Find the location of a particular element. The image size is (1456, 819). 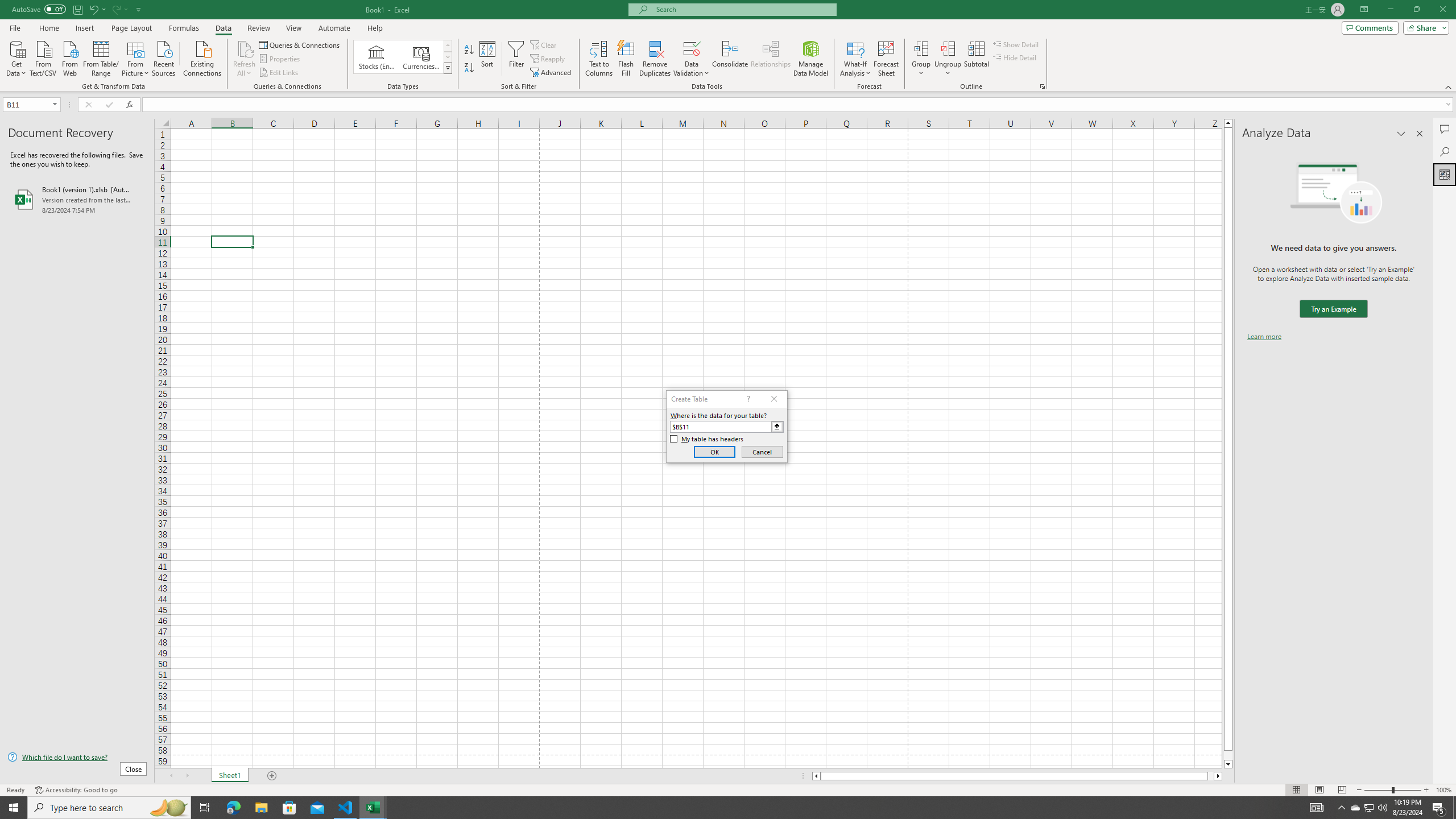

'Text to Columns...' is located at coordinates (598, 59).